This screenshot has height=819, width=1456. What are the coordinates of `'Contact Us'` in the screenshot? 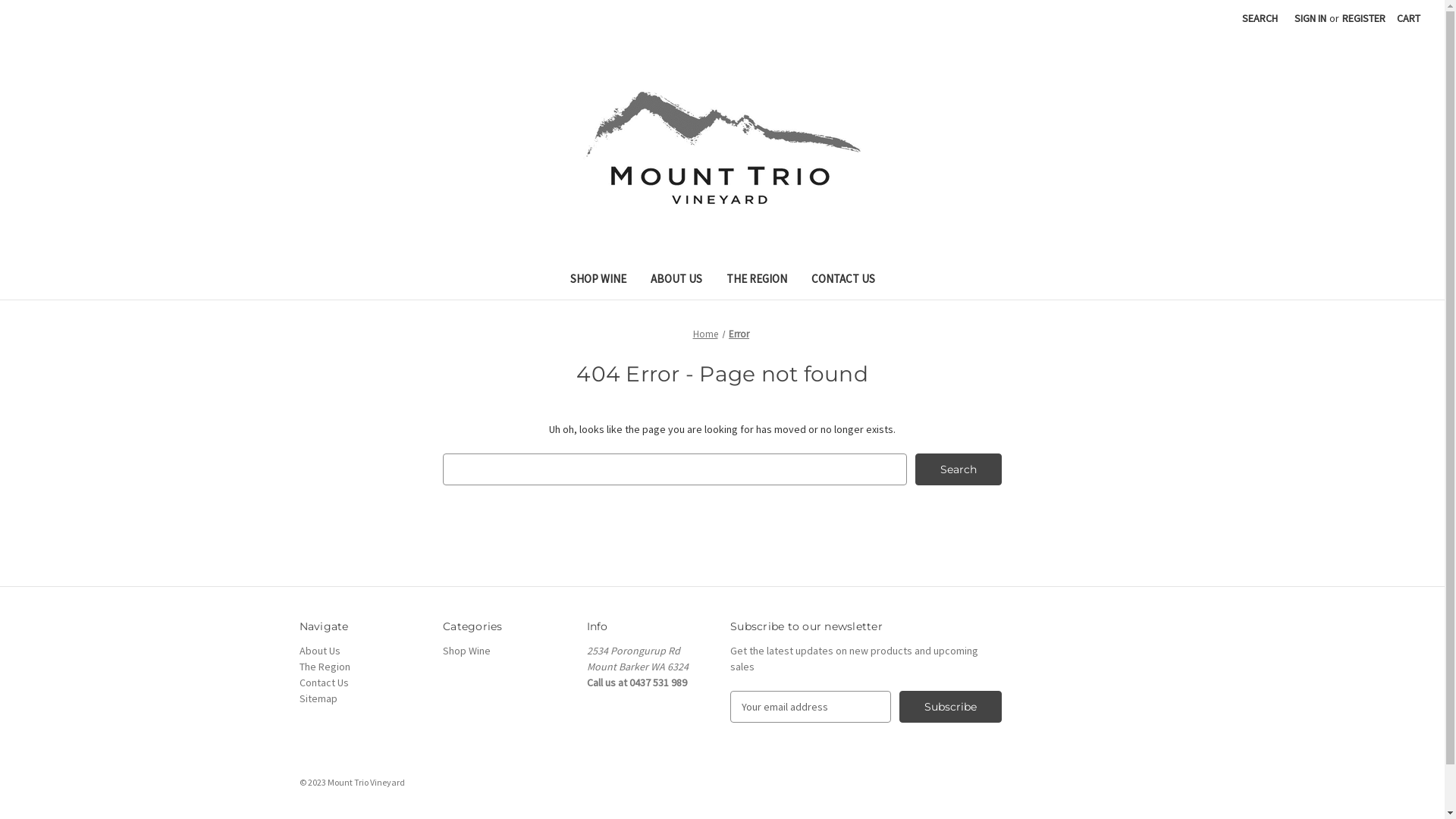 It's located at (322, 681).